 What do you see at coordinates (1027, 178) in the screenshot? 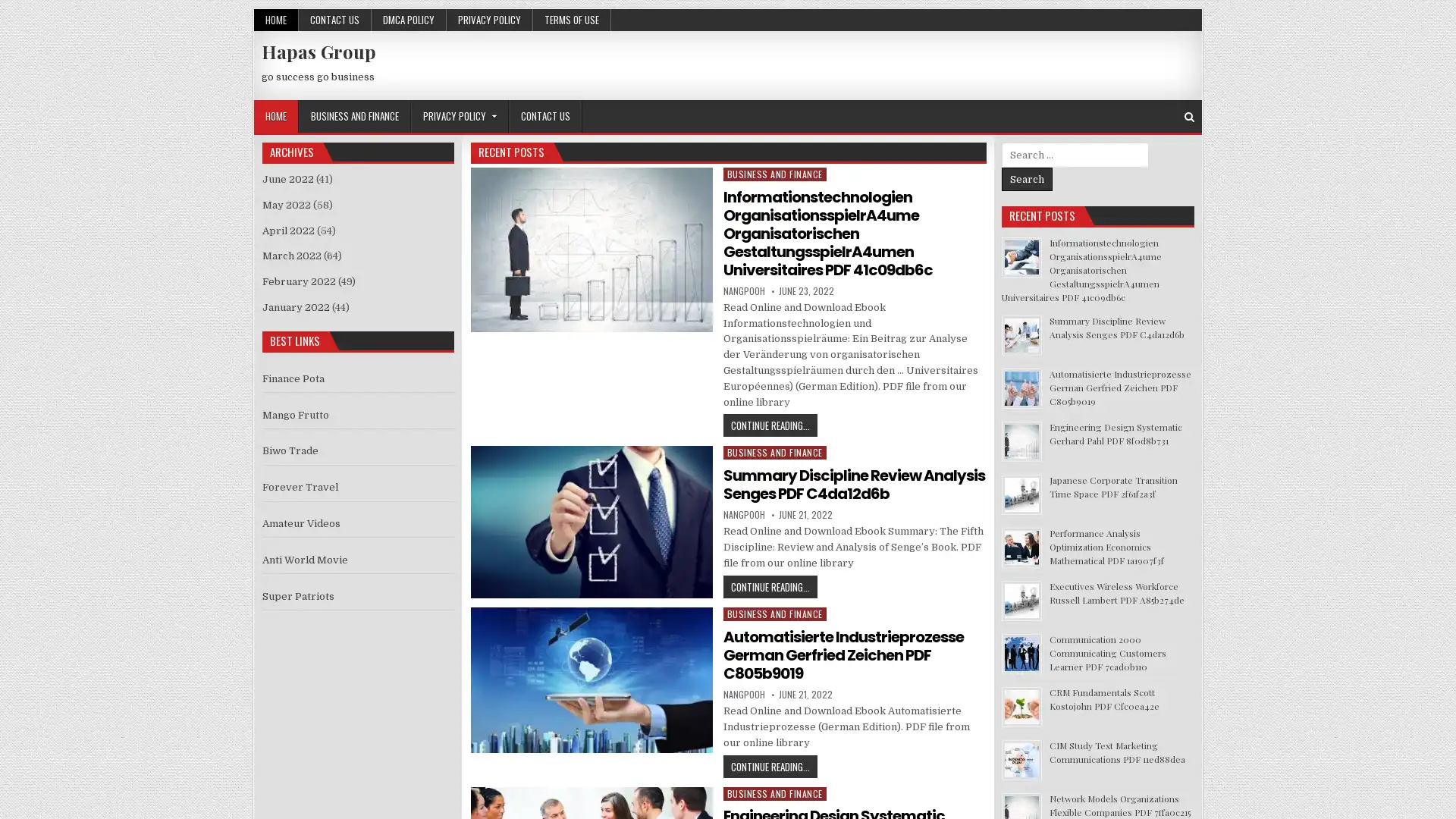
I see `Search` at bounding box center [1027, 178].